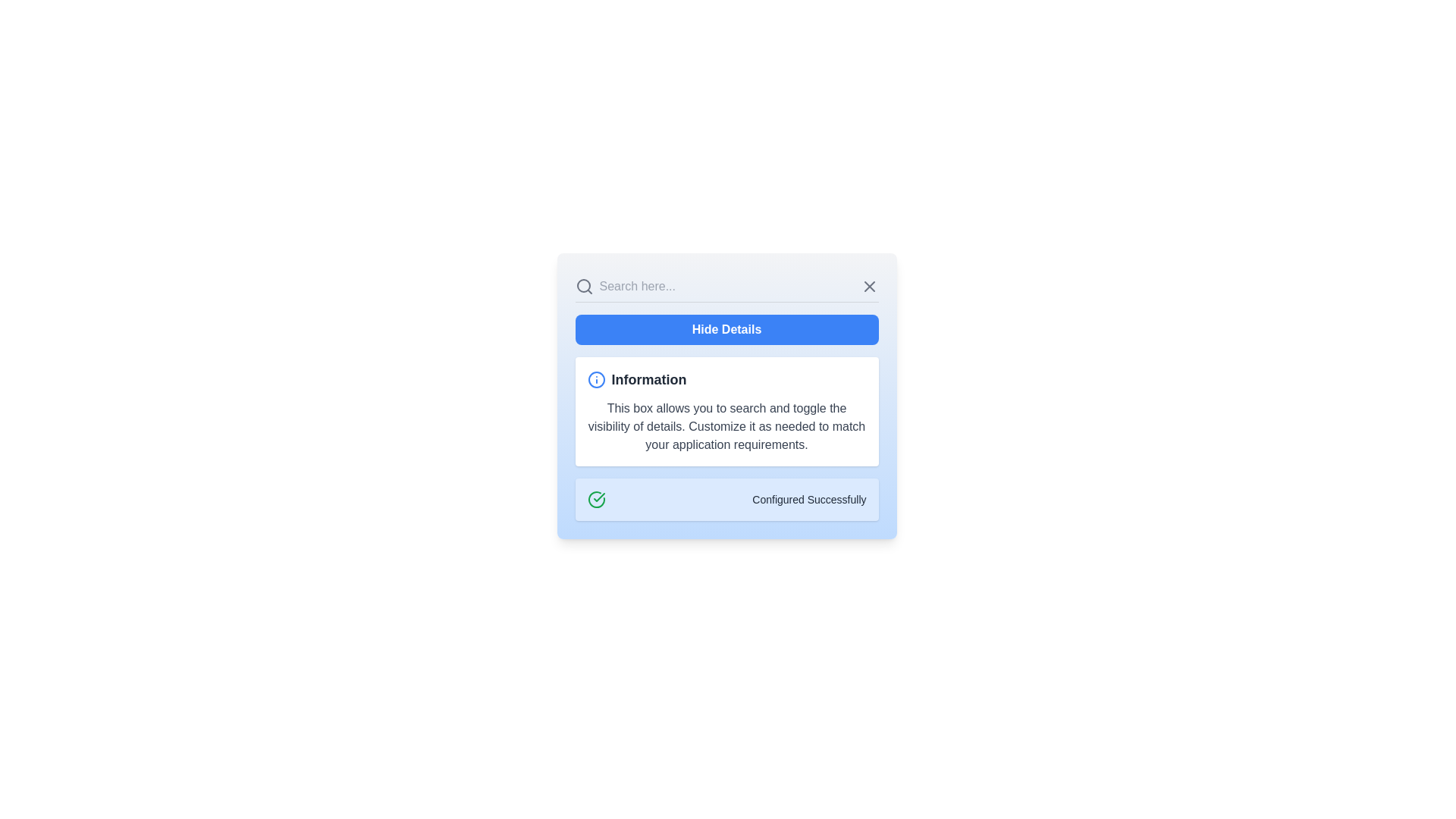 The height and width of the screenshot is (819, 1456). Describe the element at coordinates (595, 500) in the screenshot. I see `the circular green checkmark icon with a modern outlined design, located to the left of the 'Configured Successfully' text in the blue notification box at the bottom of the interface` at that location.